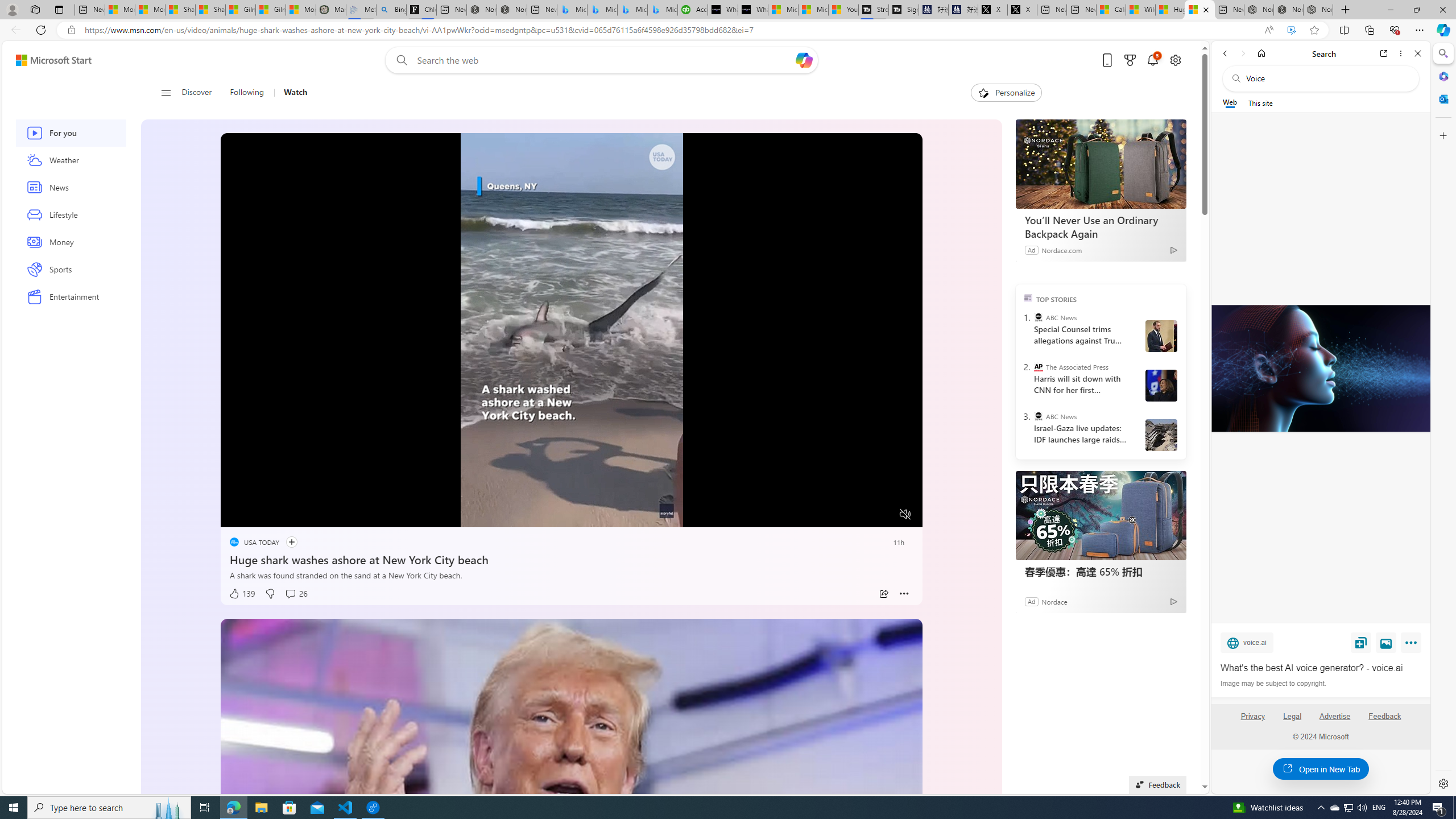  What do you see at coordinates (1386, 642) in the screenshot?
I see `'View image'` at bounding box center [1386, 642].